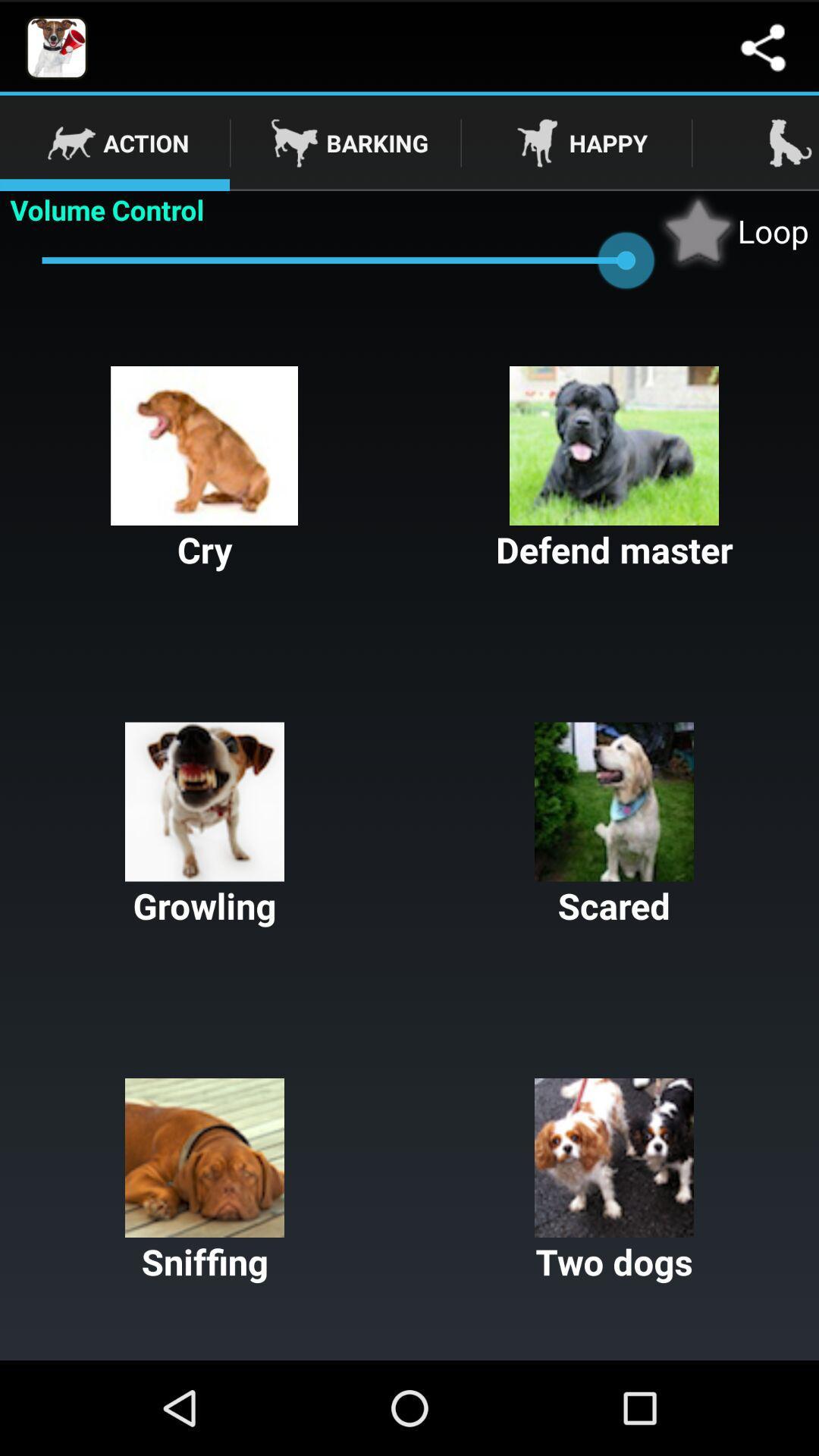 The image size is (819, 1456). Describe the element at coordinates (614, 1181) in the screenshot. I see `the item next to sniffing` at that location.